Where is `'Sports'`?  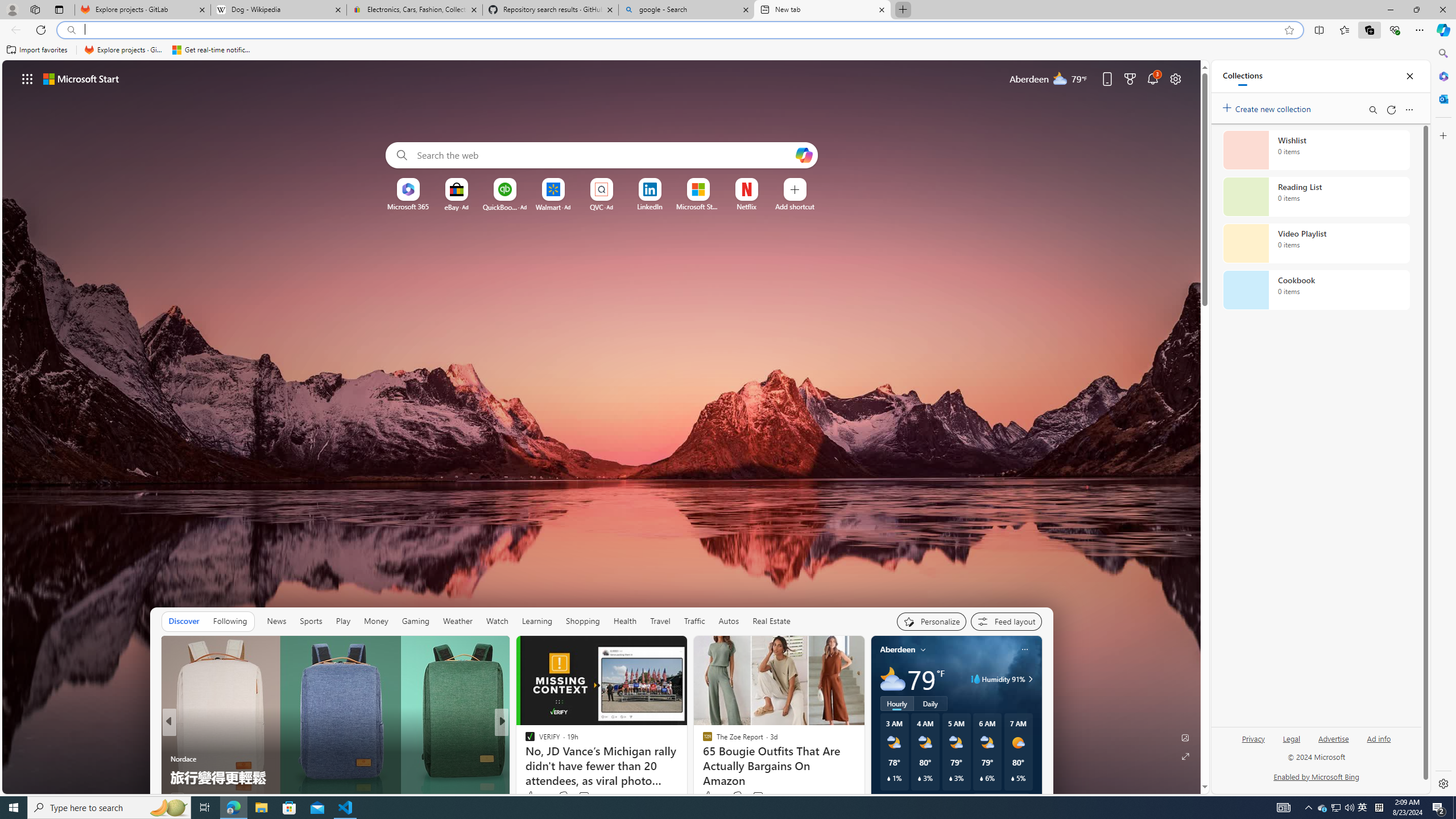
'Sports' is located at coordinates (311, 621).